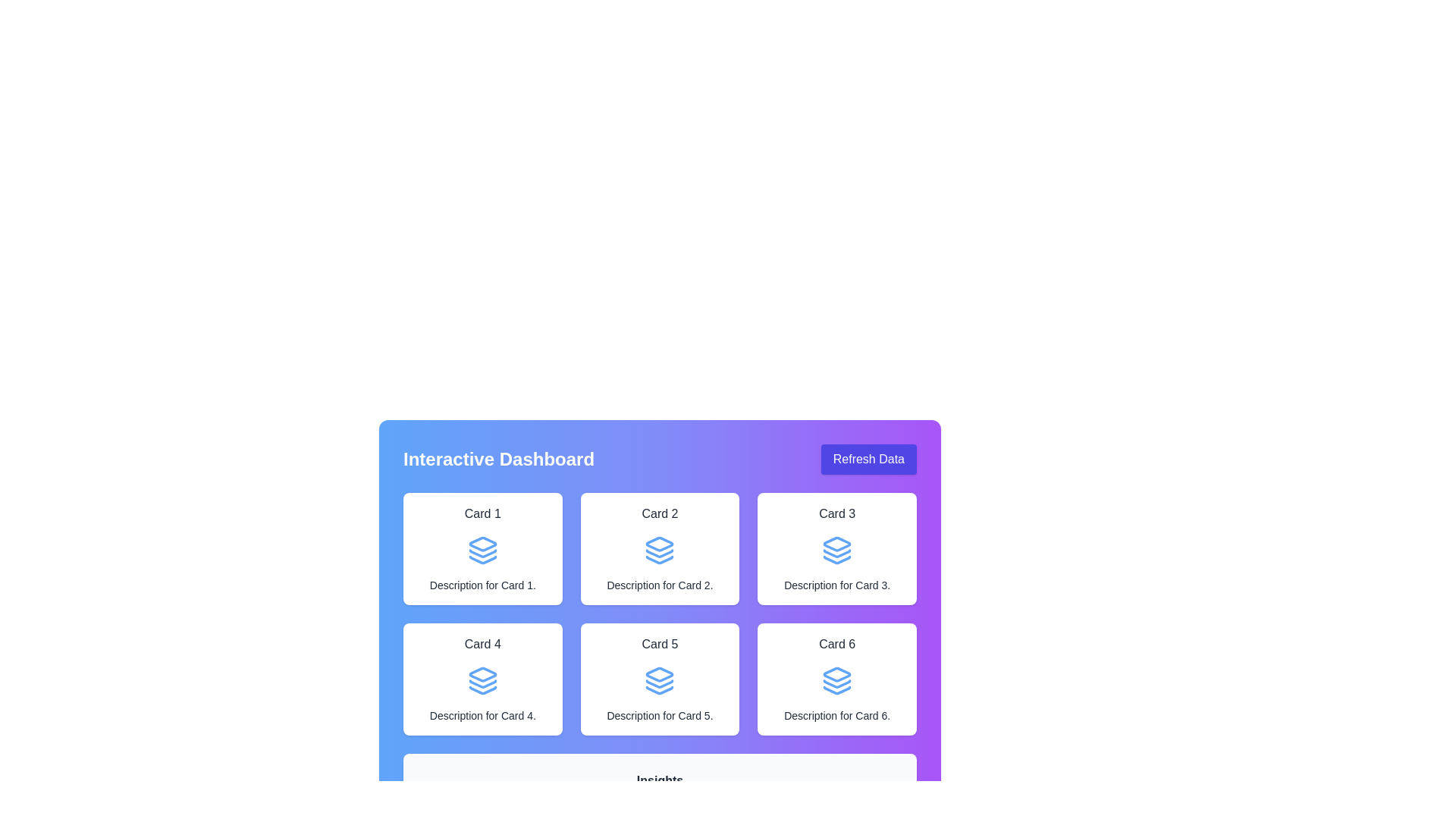  What do you see at coordinates (836, 690) in the screenshot?
I see `the decorative vector graphic located at the bottom layer of the stack icon within the sixth card of a 2x3 grid layout` at bounding box center [836, 690].